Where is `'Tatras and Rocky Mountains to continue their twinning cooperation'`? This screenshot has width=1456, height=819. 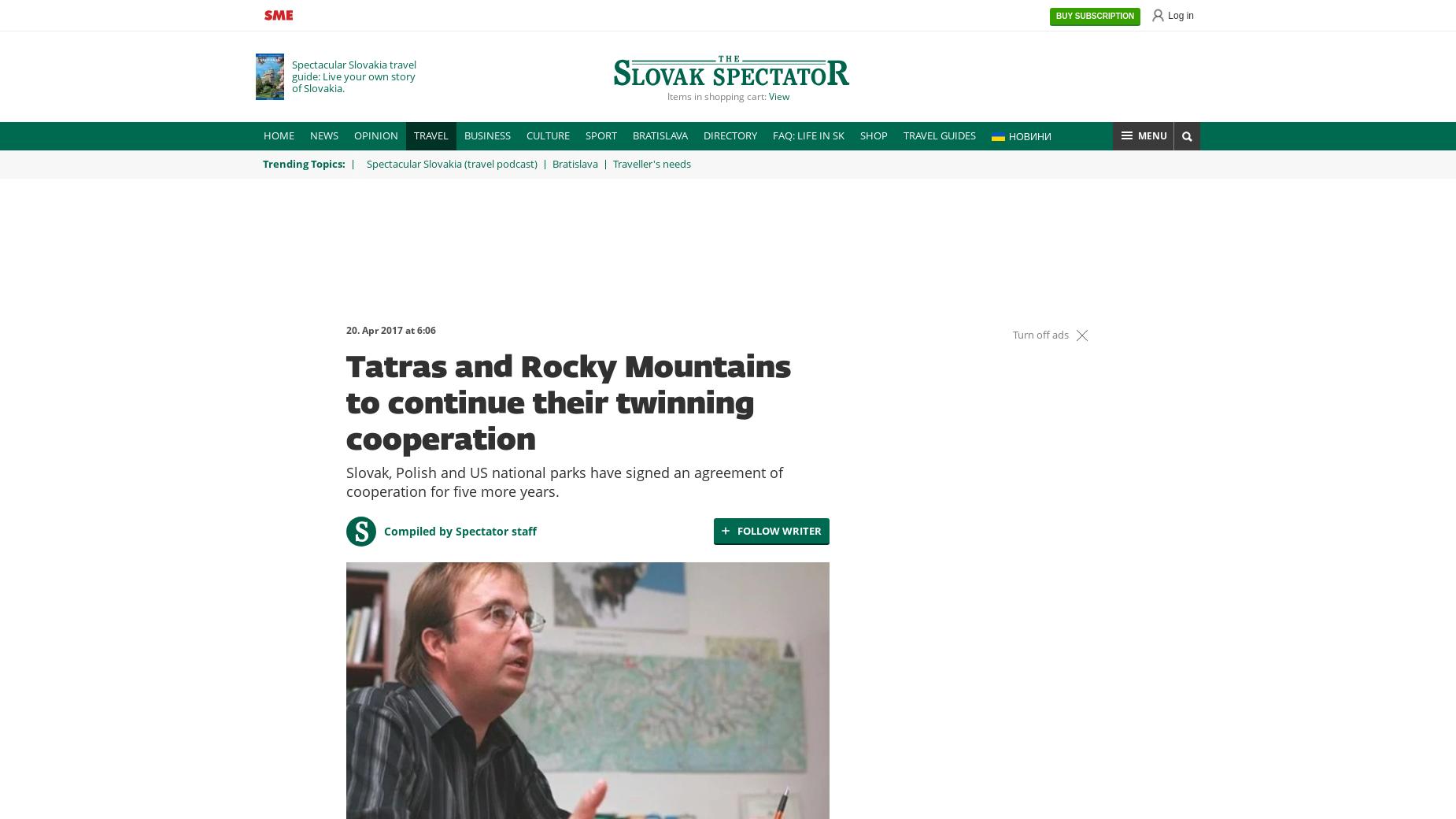
'Tatras and Rocky Mountains to continue their twinning cooperation' is located at coordinates (345, 404).